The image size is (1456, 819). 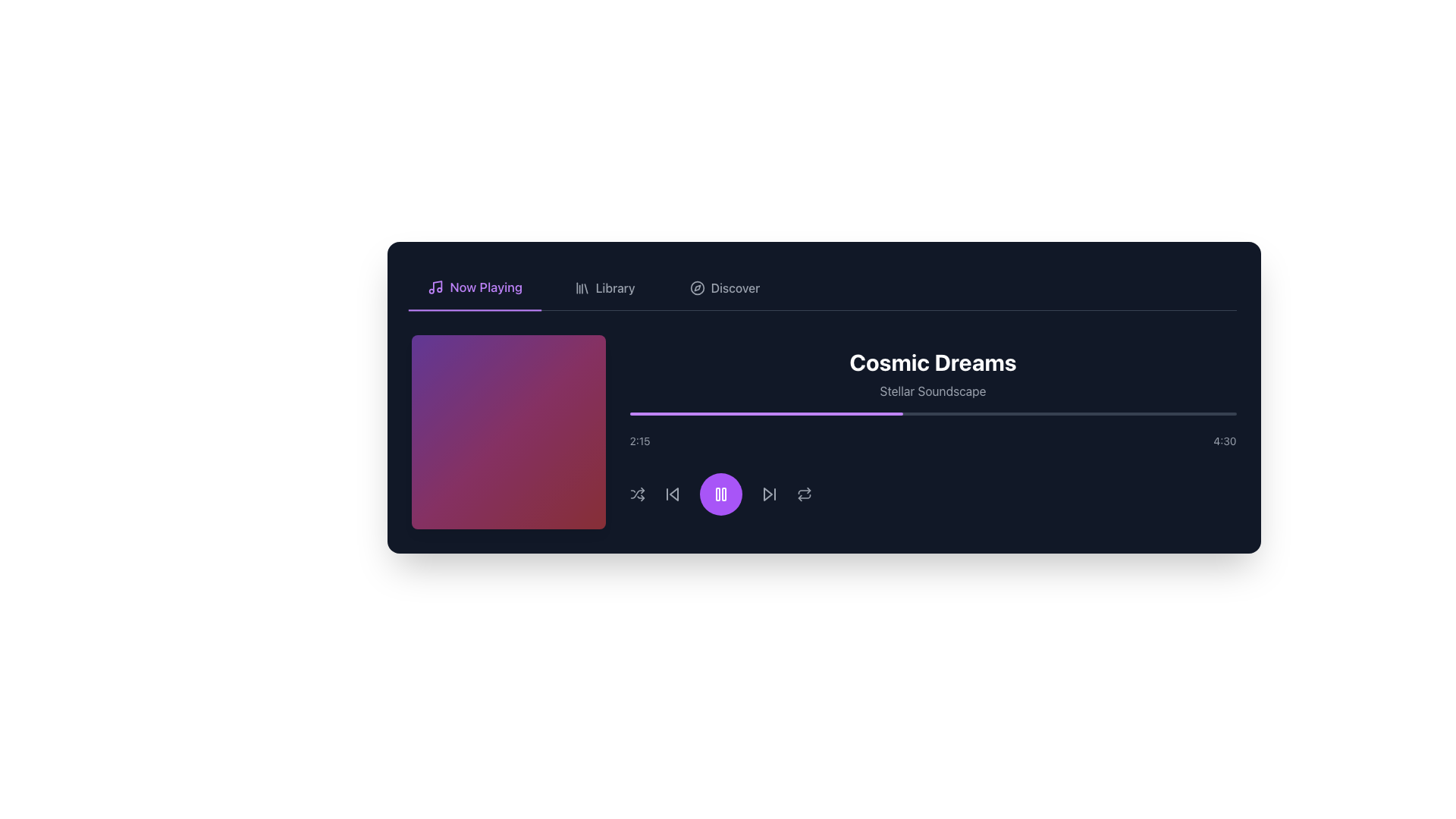 I want to click on the text label displaying 'Stellar Soundscape', which is styled in gray and positioned below the 'Cosmic Dreams' title on the audio player interface, so click(x=932, y=391).